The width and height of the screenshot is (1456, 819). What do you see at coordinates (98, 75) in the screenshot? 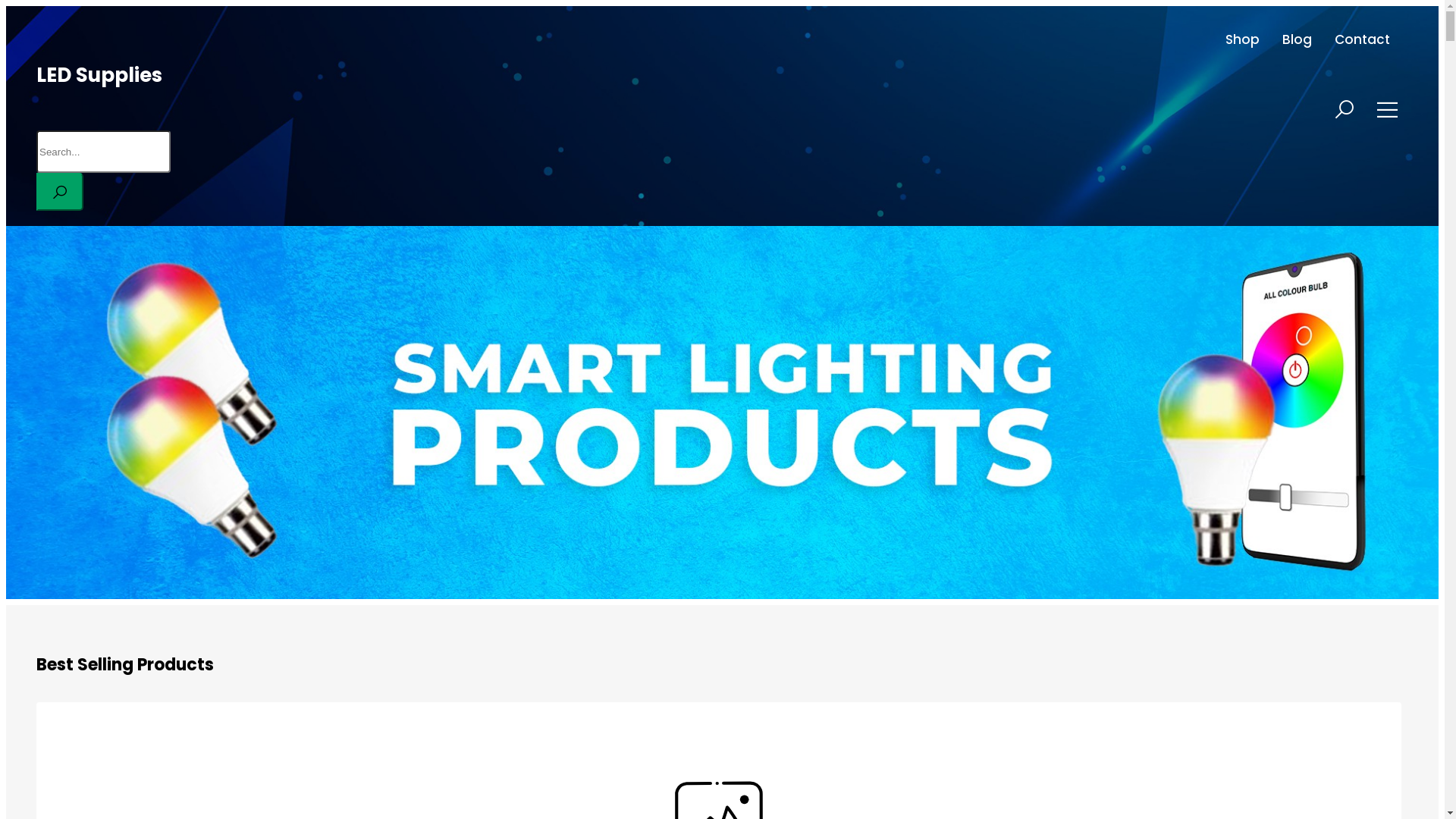
I see `'LED Supplies'` at bounding box center [98, 75].